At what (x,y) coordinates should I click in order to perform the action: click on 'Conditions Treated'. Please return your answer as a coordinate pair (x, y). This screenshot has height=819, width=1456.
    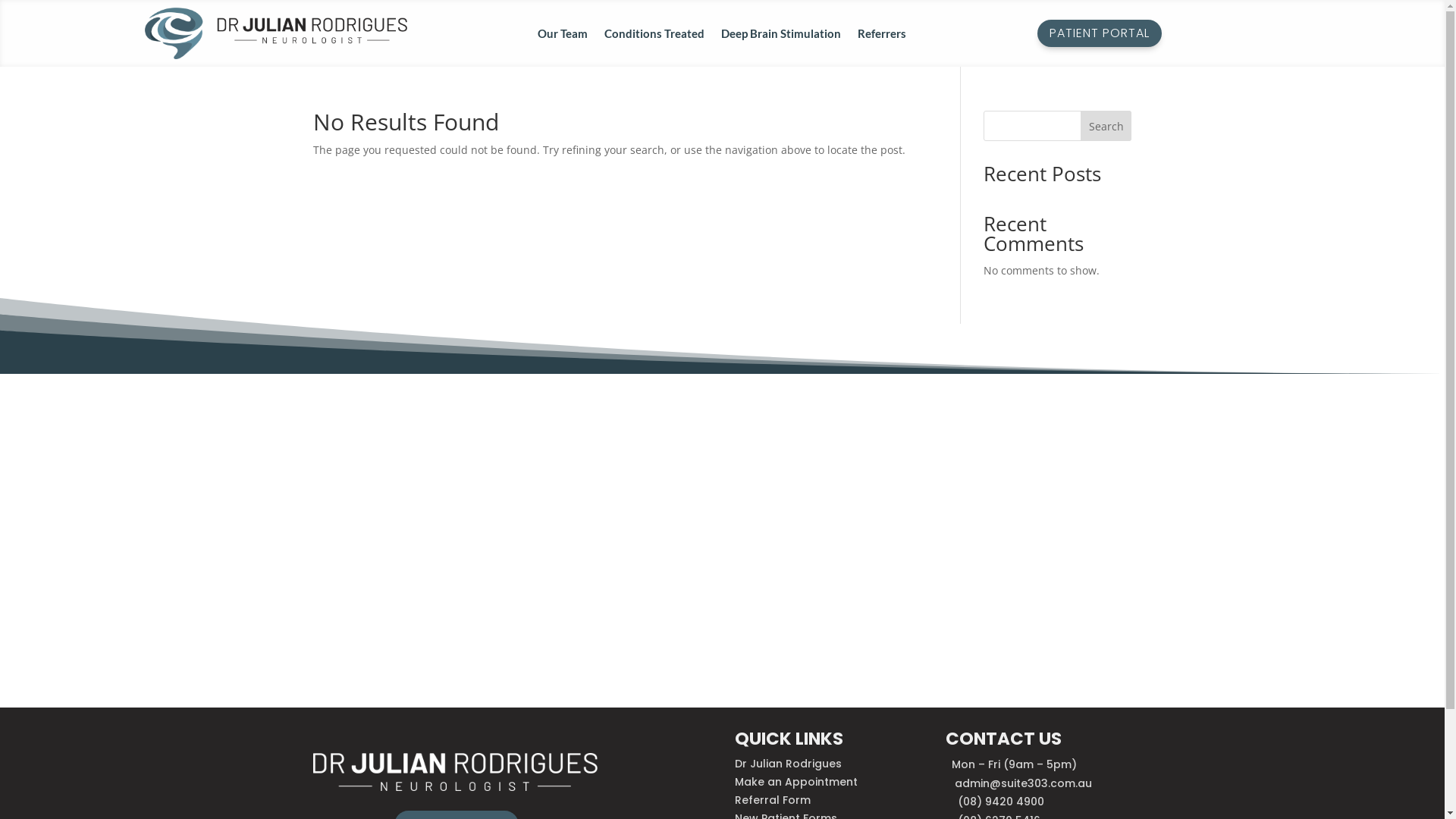
    Looking at the image, I should click on (654, 35).